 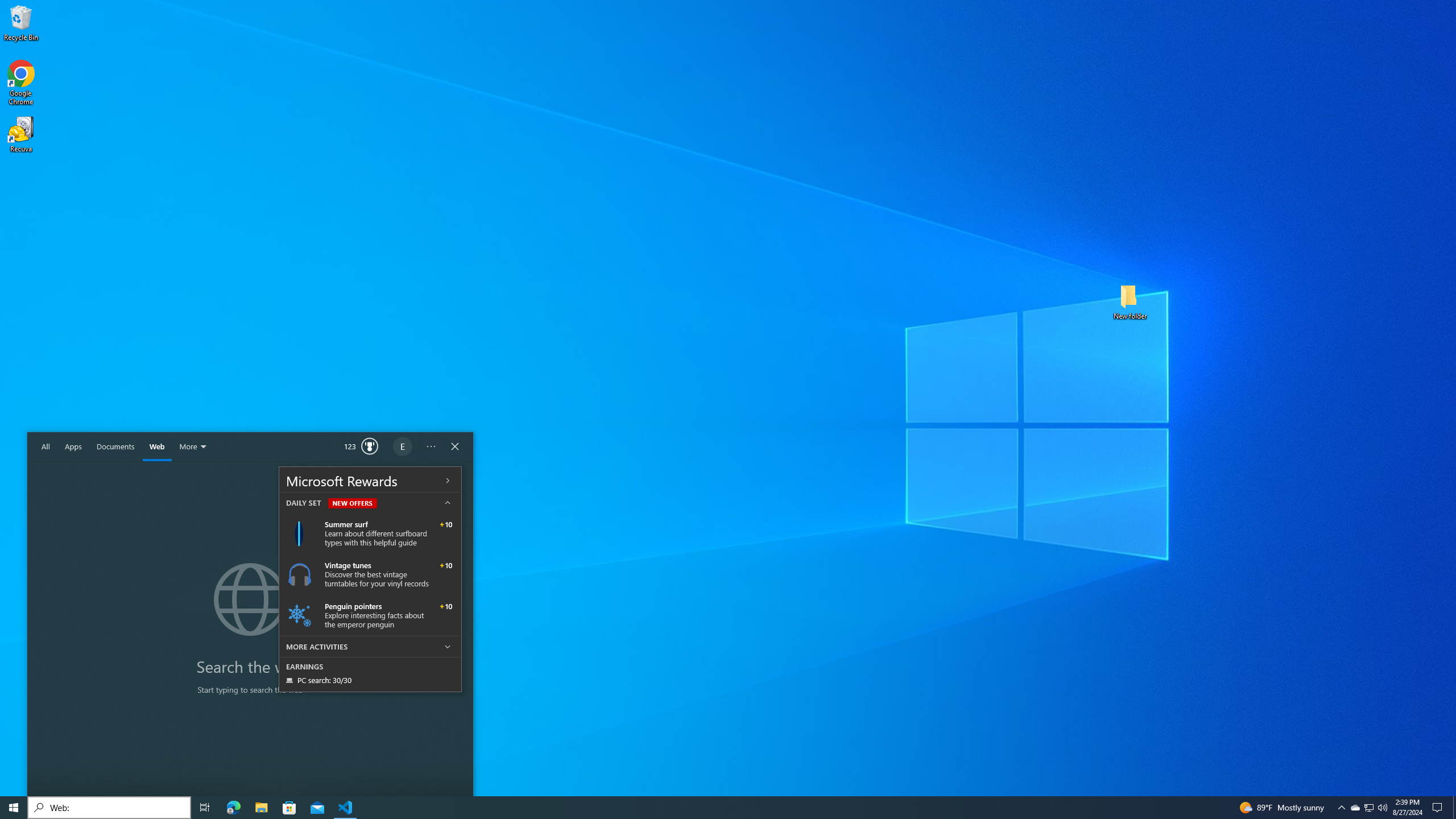 What do you see at coordinates (370, 502) in the screenshot?
I see `'DAILY SET NEW OFFERS'` at bounding box center [370, 502].